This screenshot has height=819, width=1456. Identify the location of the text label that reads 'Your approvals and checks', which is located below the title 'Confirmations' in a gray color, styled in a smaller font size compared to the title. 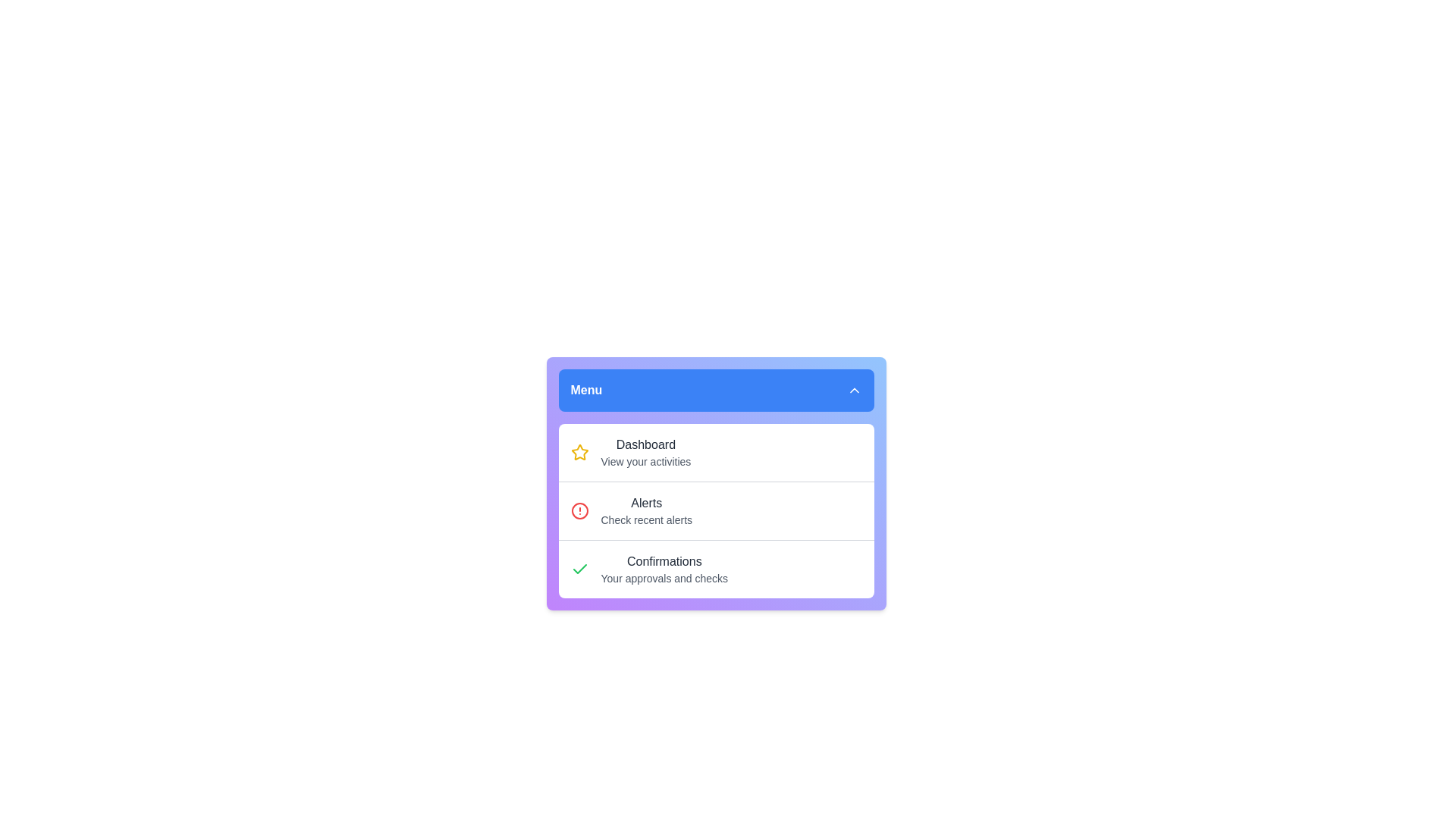
(664, 579).